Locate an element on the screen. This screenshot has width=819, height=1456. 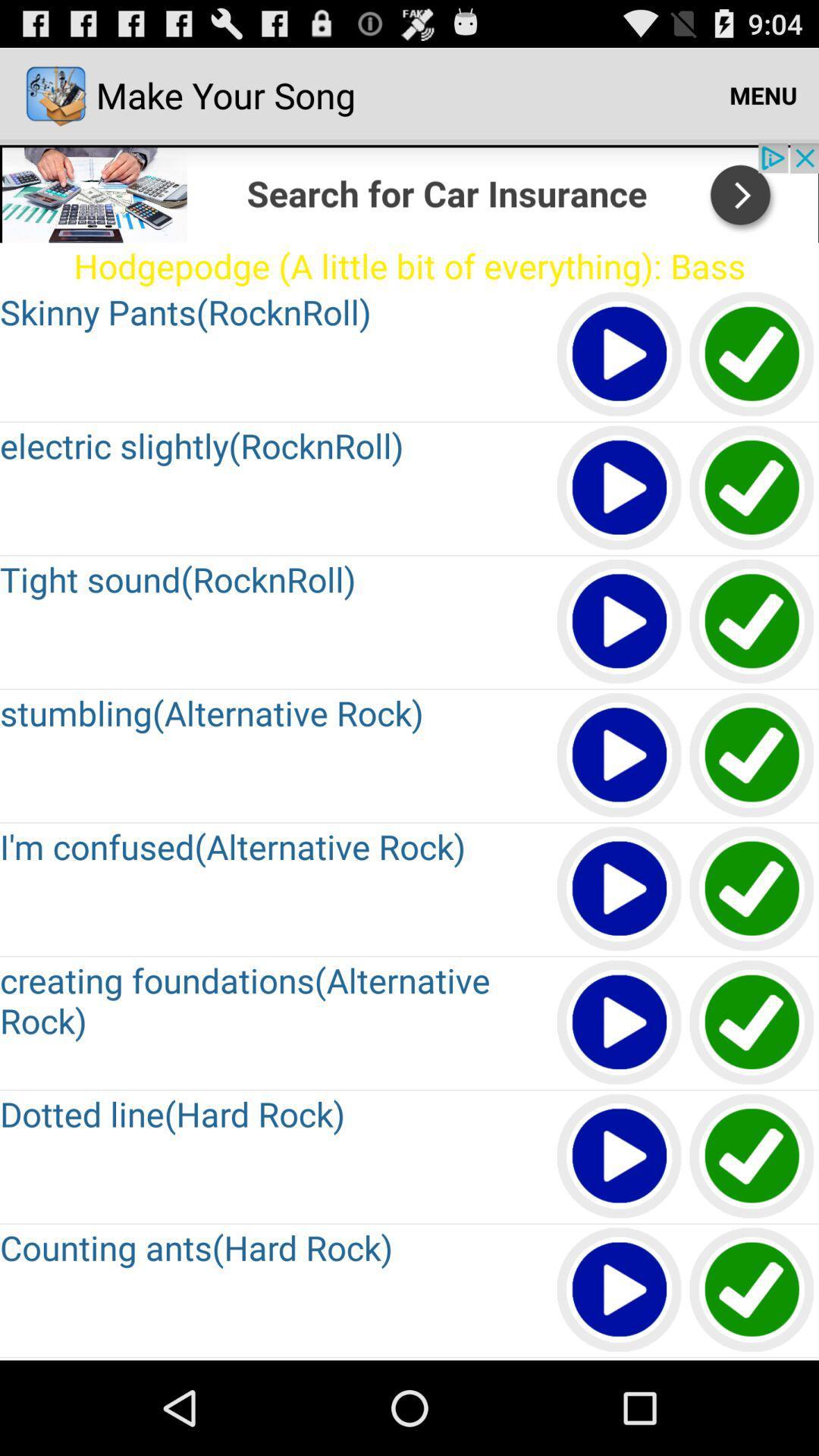
play option is located at coordinates (620, 1156).